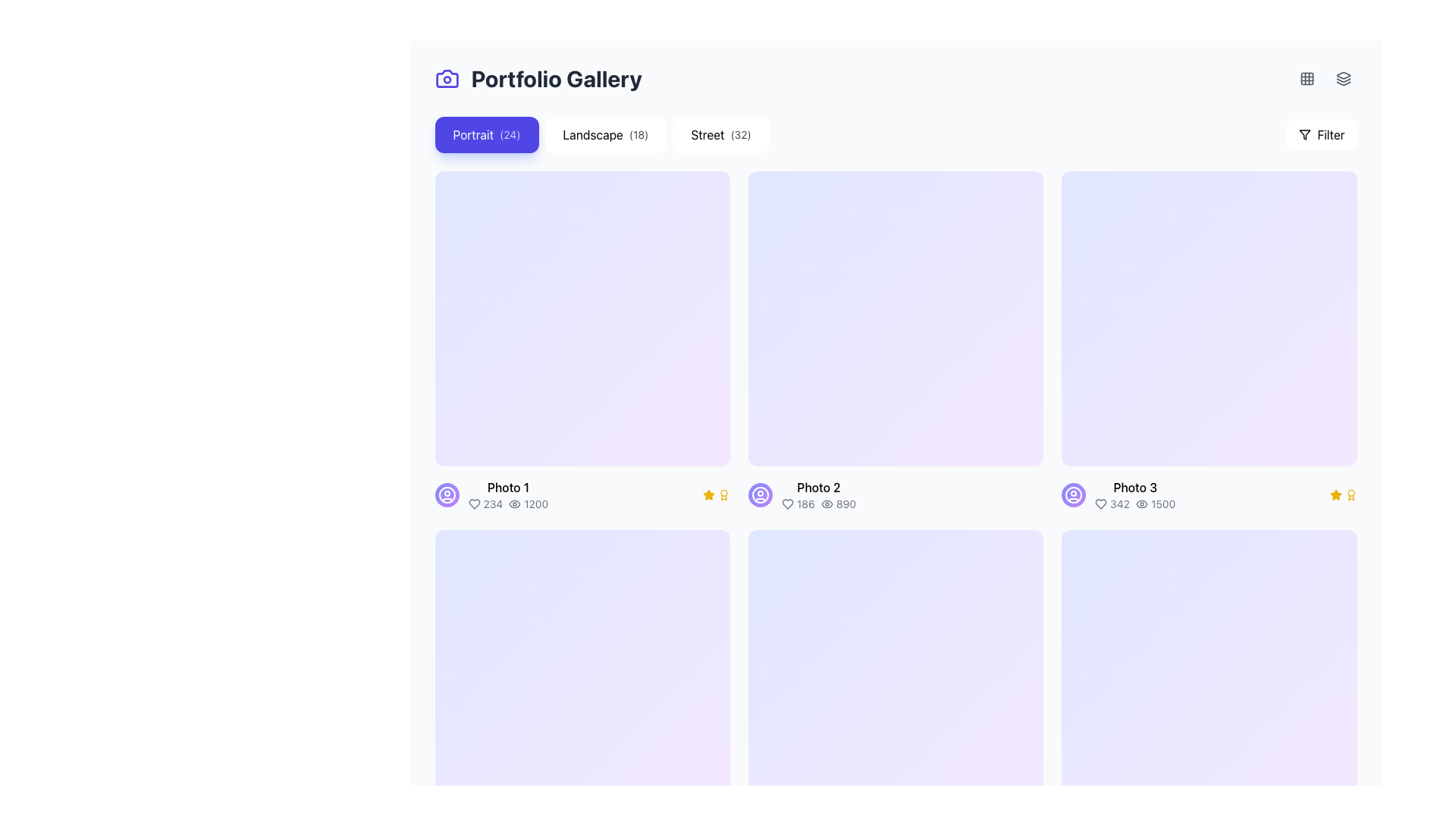  What do you see at coordinates (1324, 79) in the screenshot?
I see `the decorative red circular marker that is centrally located between the 'grid' and 'layers' icons in the top-right portion of the UI` at bounding box center [1324, 79].